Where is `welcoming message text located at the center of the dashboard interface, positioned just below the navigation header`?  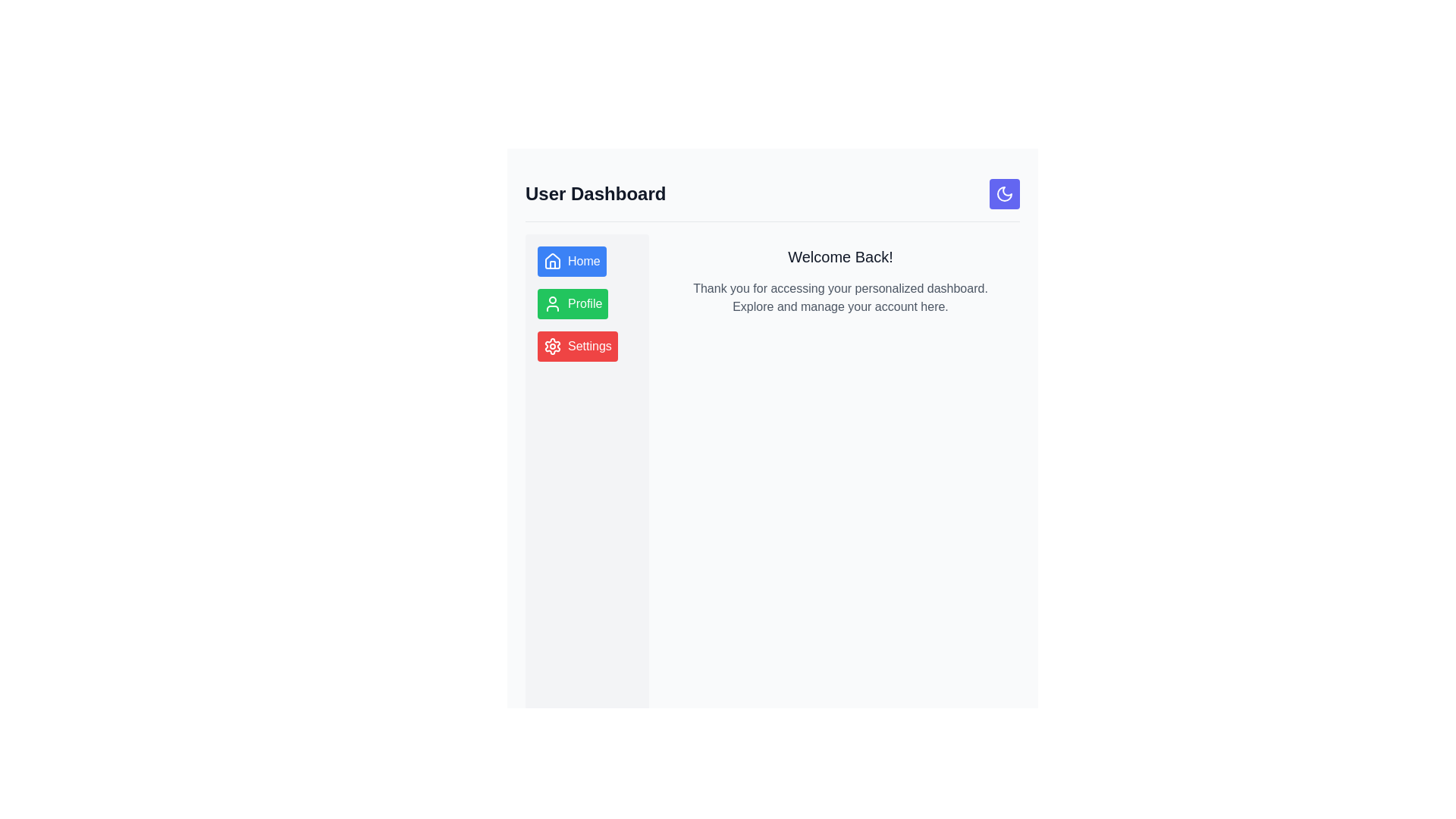 welcoming message text located at the center of the dashboard interface, positioned just below the navigation header is located at coordinates (839, 256).